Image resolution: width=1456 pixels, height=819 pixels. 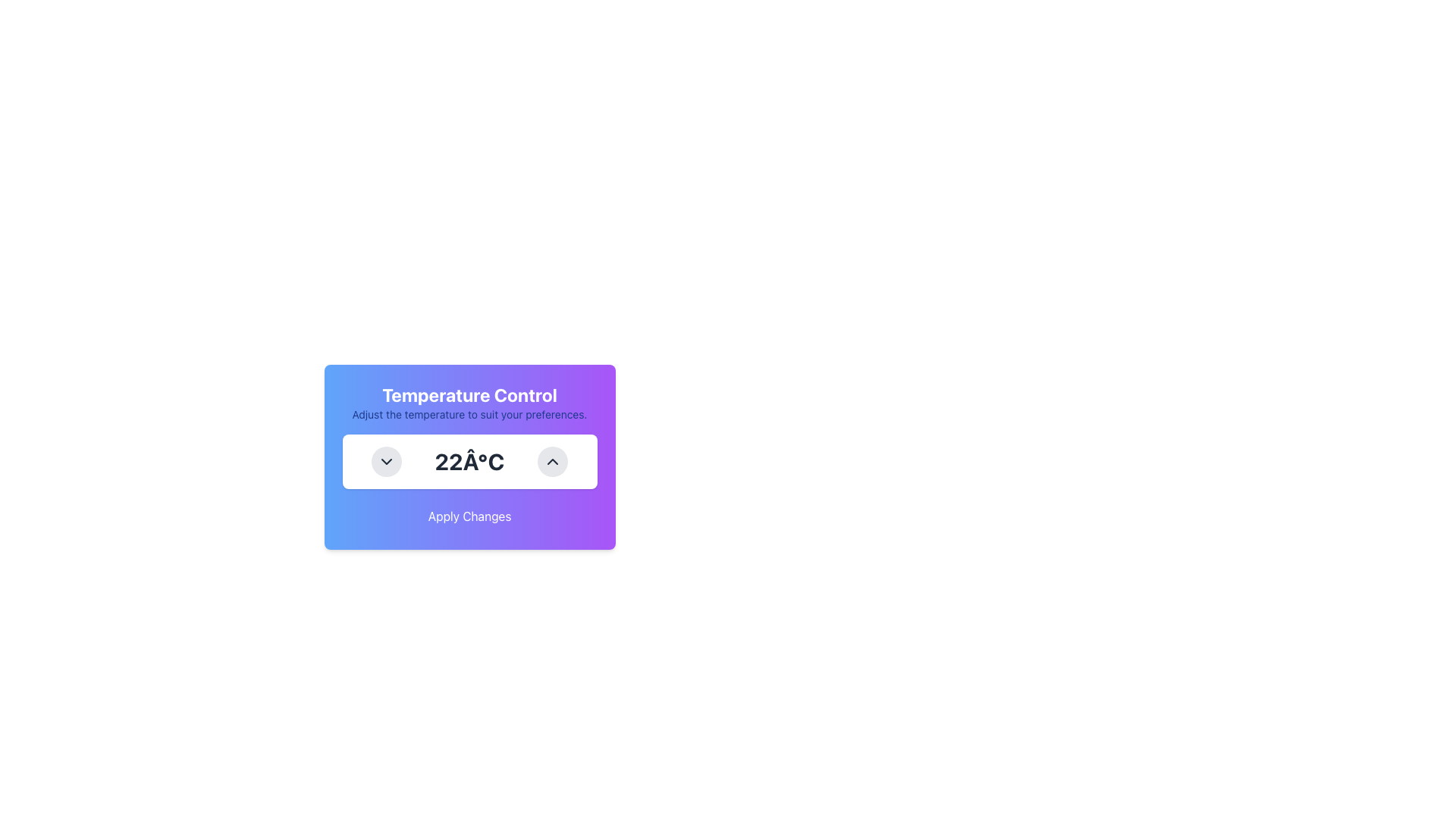 What do you see at coordinates (469, 415) in the screenshot?
I see `descriptive information provided by the Static Text element located below 'Temperature Control' and above the current temperature setting` at bounding box center [469, 415].